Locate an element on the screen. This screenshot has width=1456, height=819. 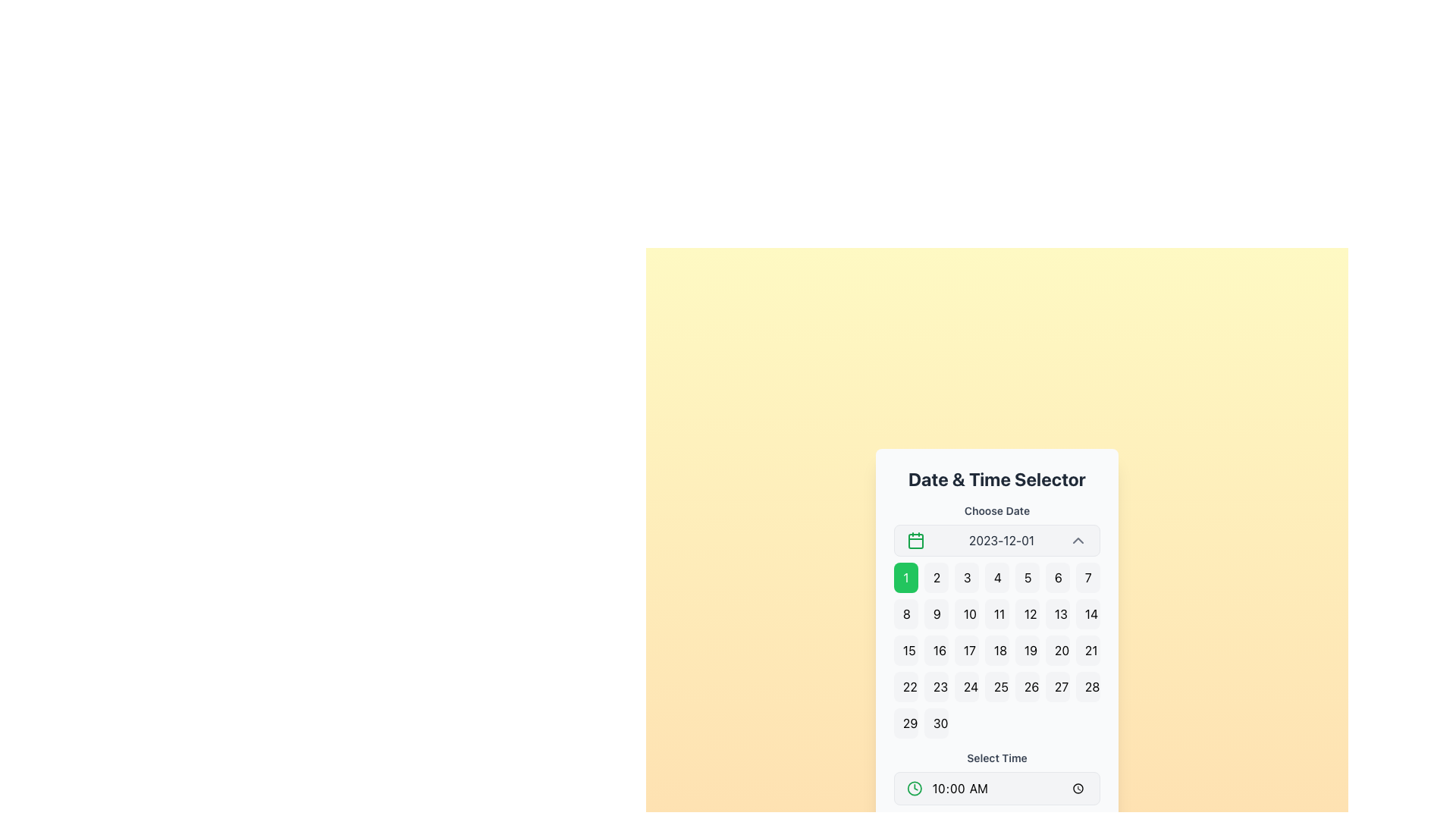
the interactive calendar day button located in the fourth row and first column of the grid is located at coordinates (906, 687).